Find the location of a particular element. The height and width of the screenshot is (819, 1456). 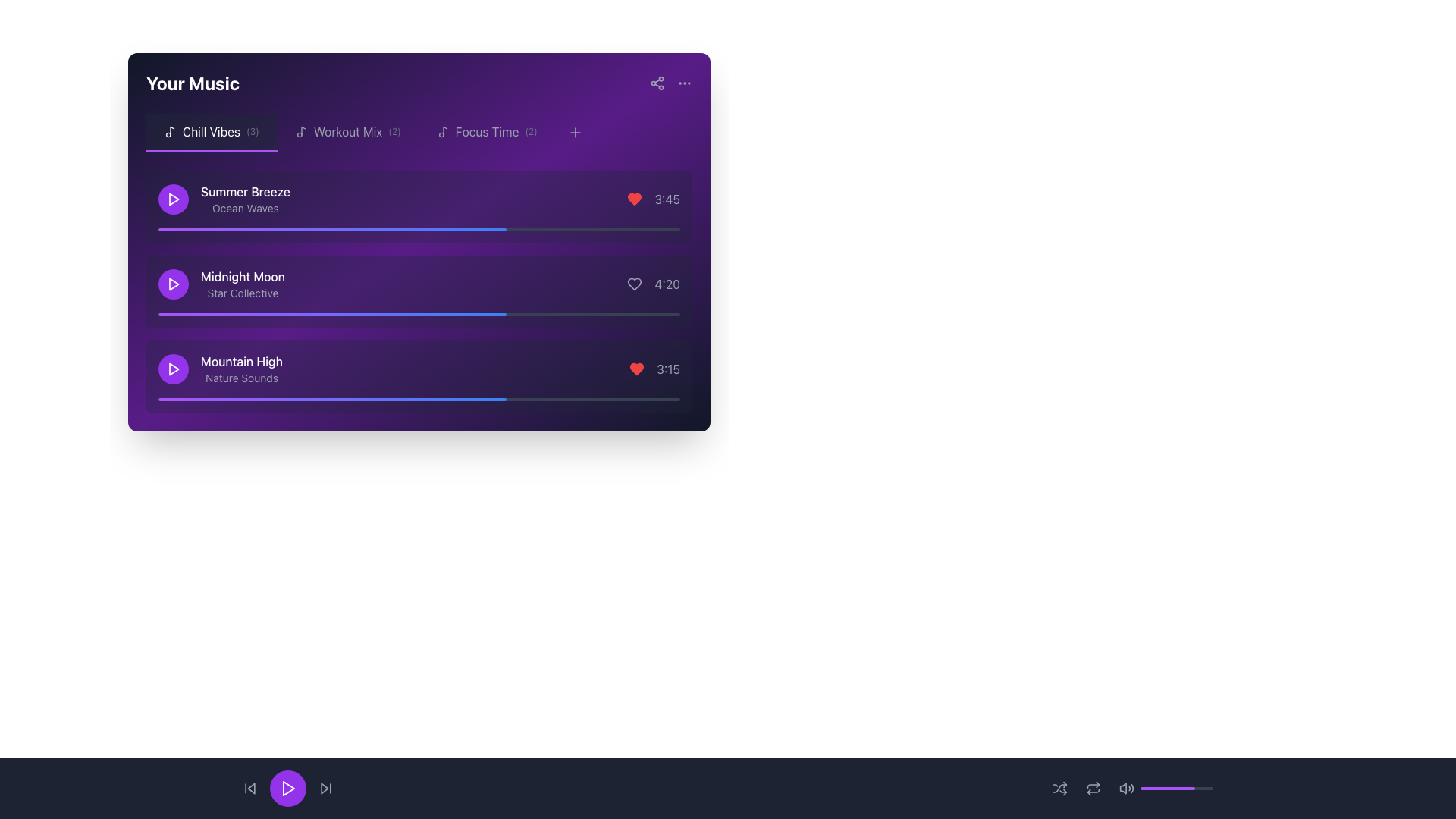

the progress bar is located at coordinates (199, 314).